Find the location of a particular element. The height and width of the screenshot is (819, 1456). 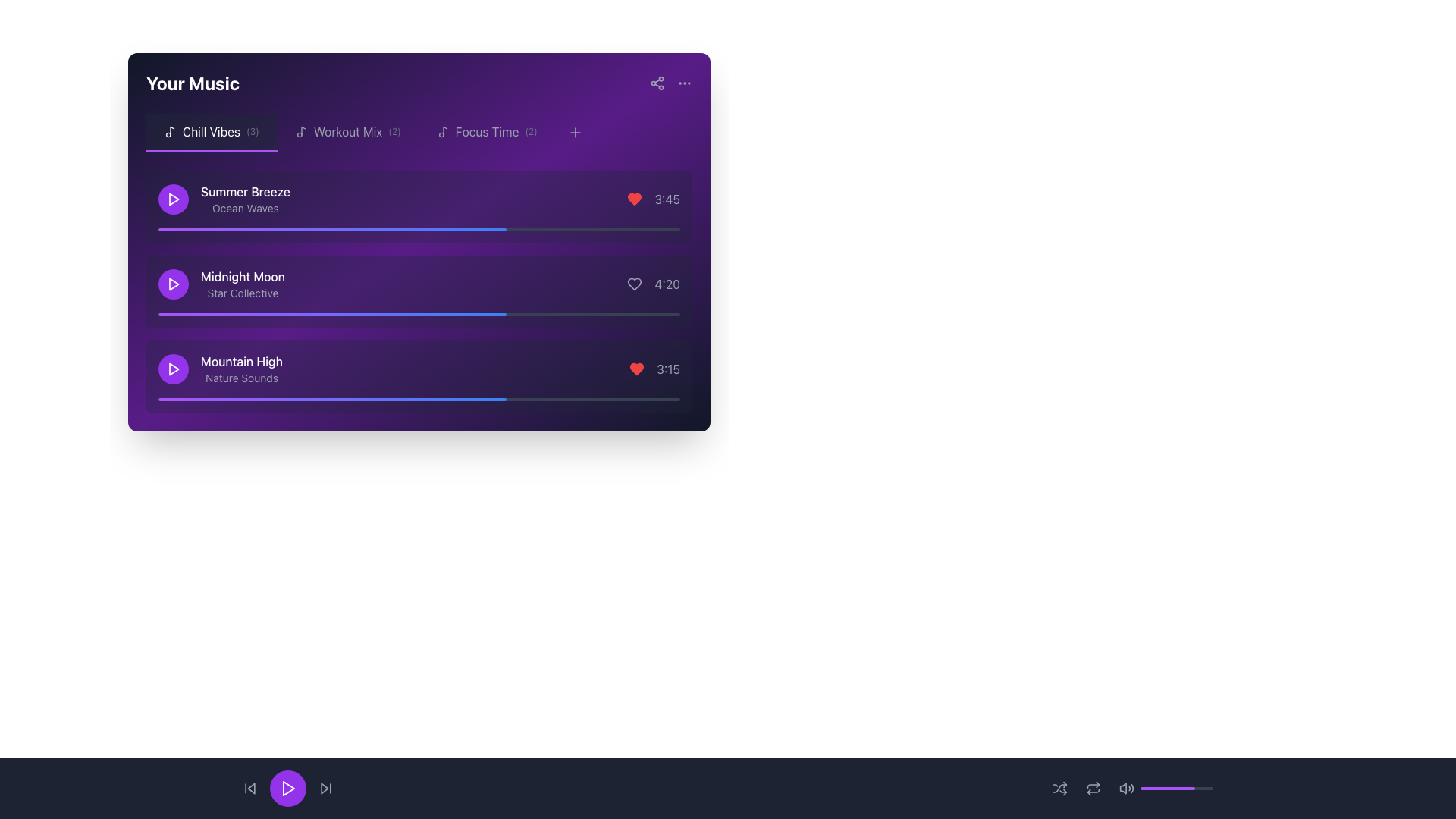

the progress bar is located at coordinates (199, 314).